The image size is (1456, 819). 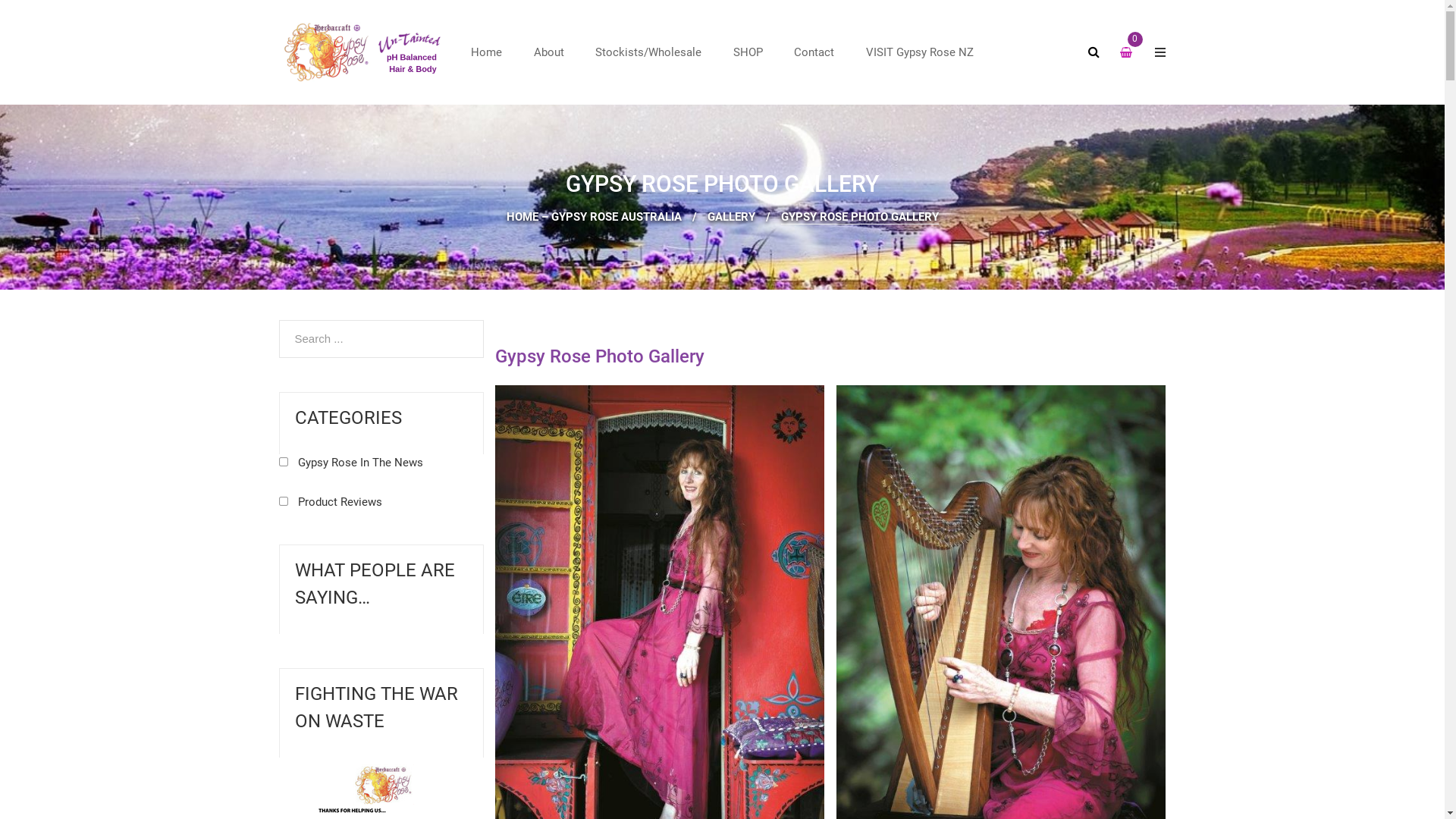 What do you see at coordinates (852, 52) in the screenshot?
I see `'VISIT Gypsy Rose NZ'` at bounding box center [852, 52].